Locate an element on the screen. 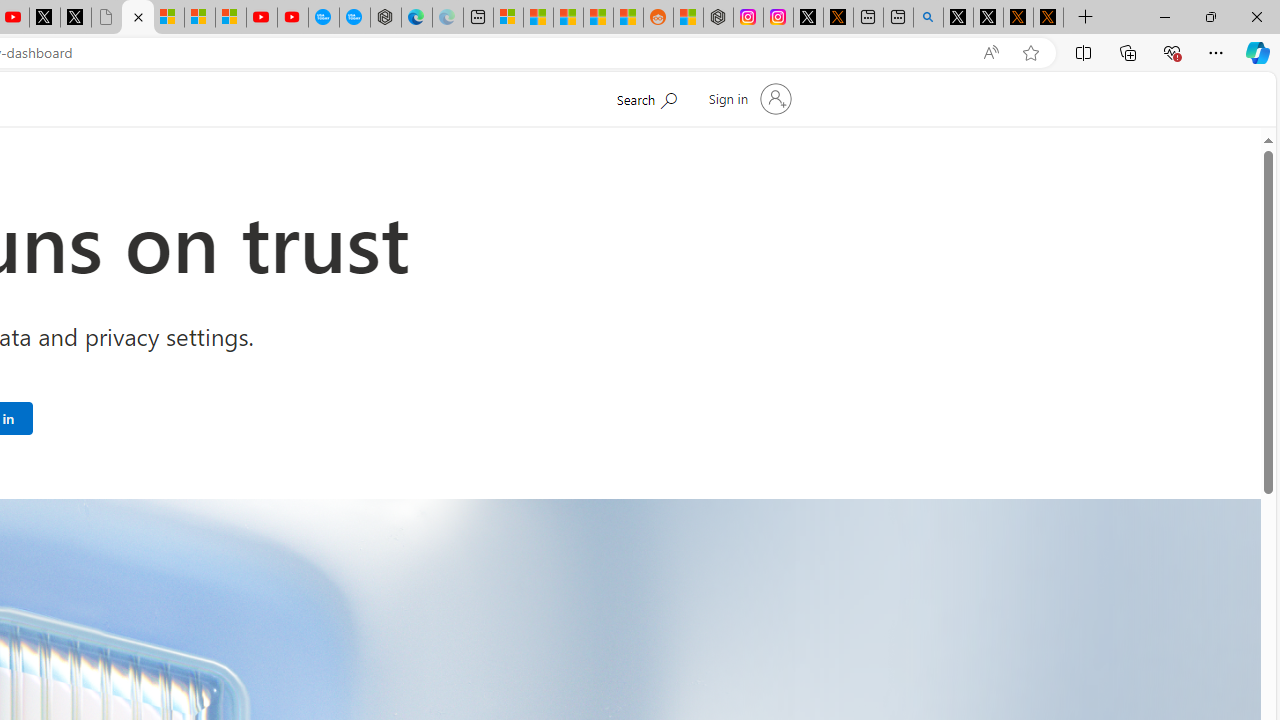  'Sign in to your account' is located at coordinates (747, 99).